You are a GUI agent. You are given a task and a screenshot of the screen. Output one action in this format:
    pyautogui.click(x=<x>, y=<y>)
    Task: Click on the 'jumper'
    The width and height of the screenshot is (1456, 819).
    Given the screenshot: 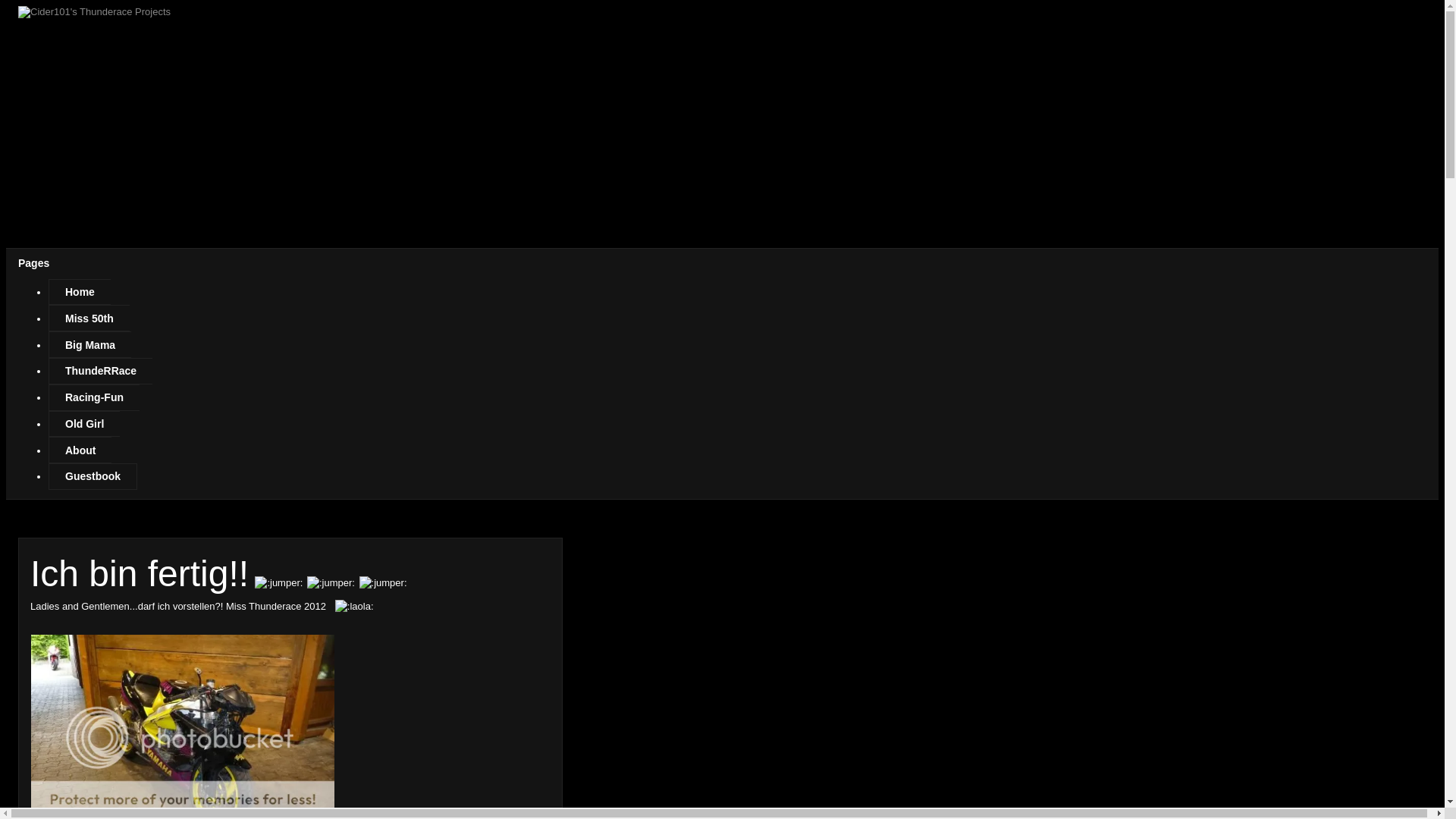 What is the action you would take?
    pyautogui.click(x=278, y=582)
    